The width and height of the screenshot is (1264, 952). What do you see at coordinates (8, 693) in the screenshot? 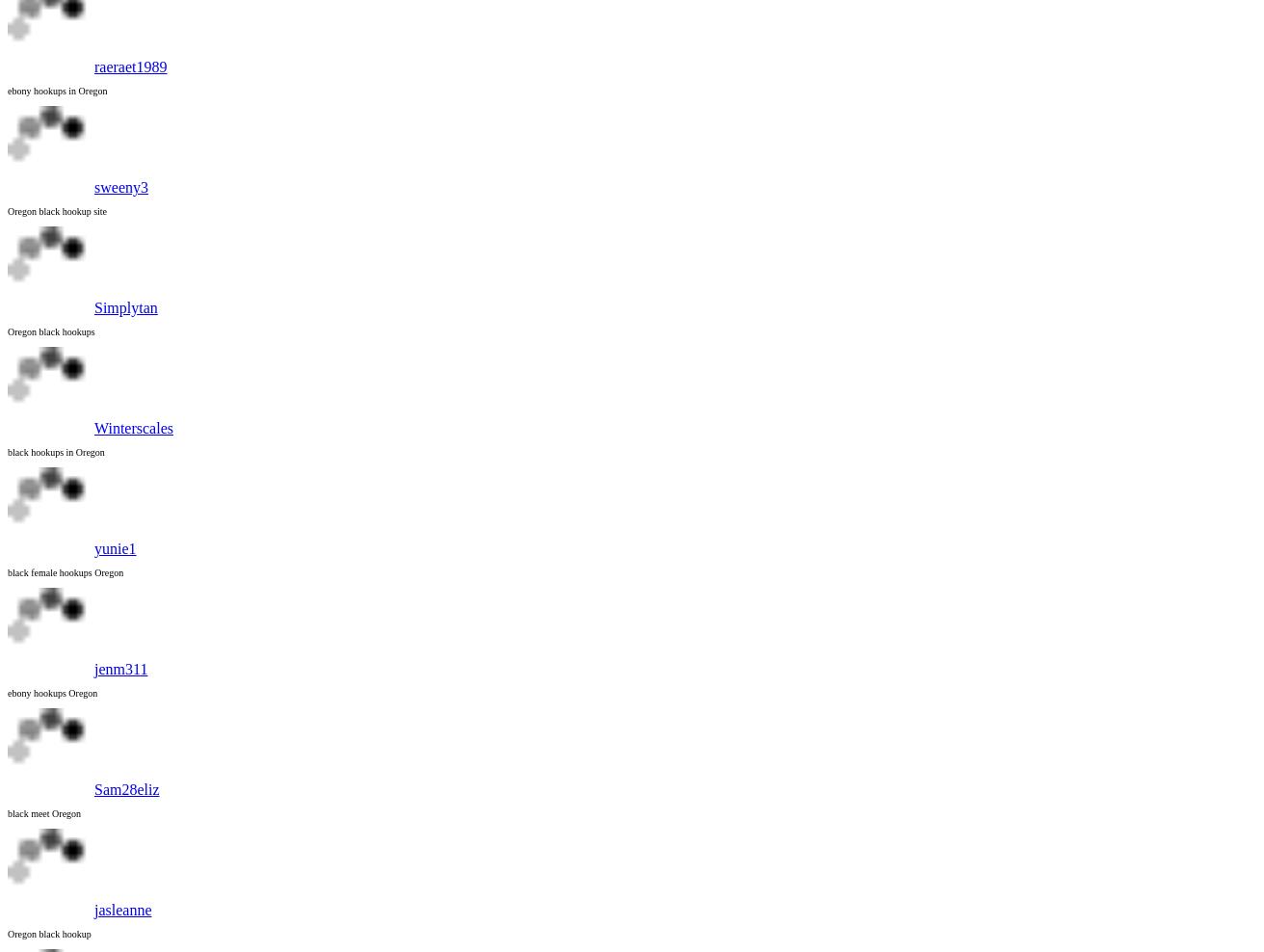
I see `'ebony hookups Oregon'` at bounding box center [8, 693].